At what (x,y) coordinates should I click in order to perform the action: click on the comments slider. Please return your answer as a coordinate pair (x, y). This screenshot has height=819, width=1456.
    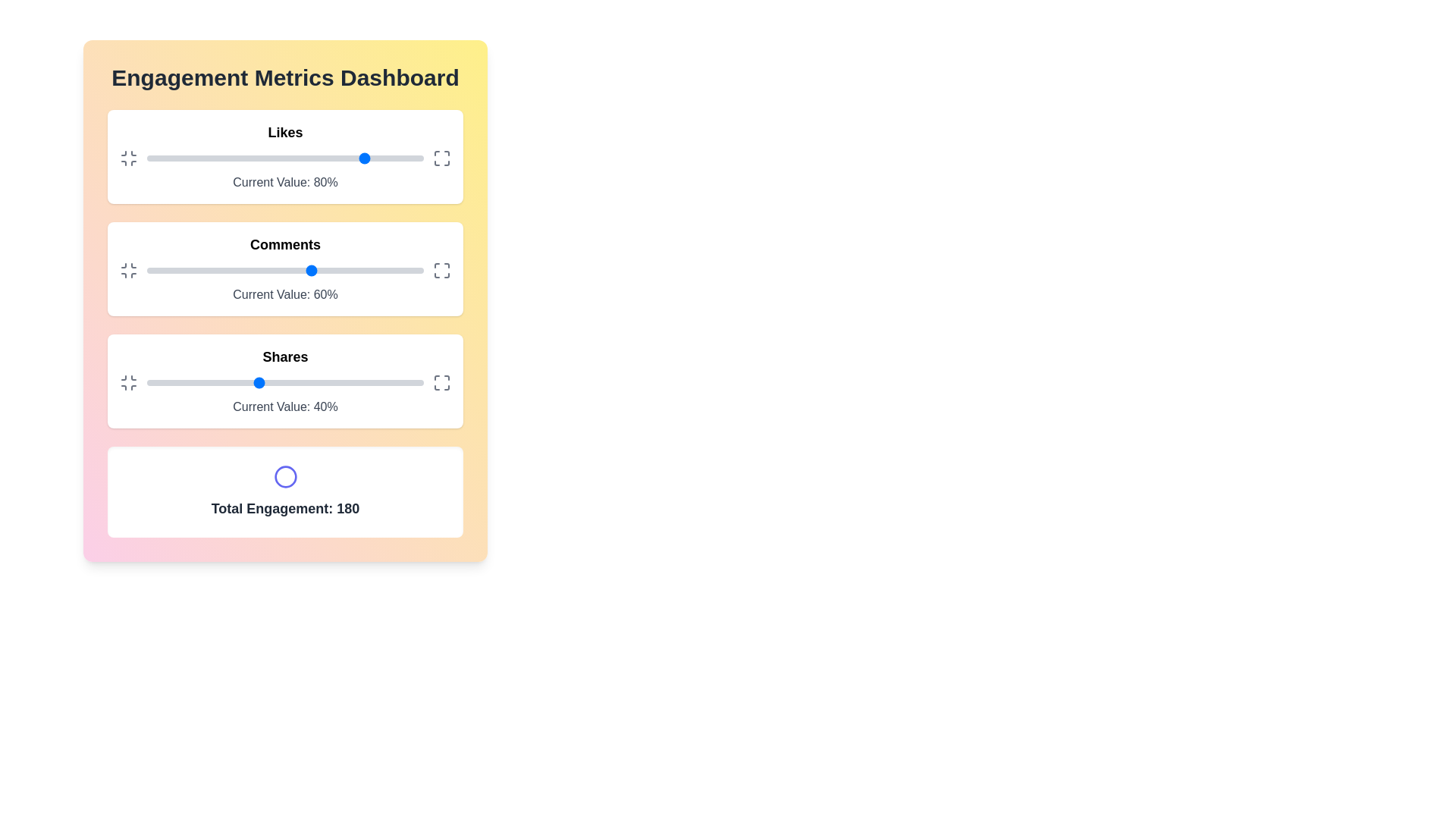
    Looking at the image, I should click on (345, 270).